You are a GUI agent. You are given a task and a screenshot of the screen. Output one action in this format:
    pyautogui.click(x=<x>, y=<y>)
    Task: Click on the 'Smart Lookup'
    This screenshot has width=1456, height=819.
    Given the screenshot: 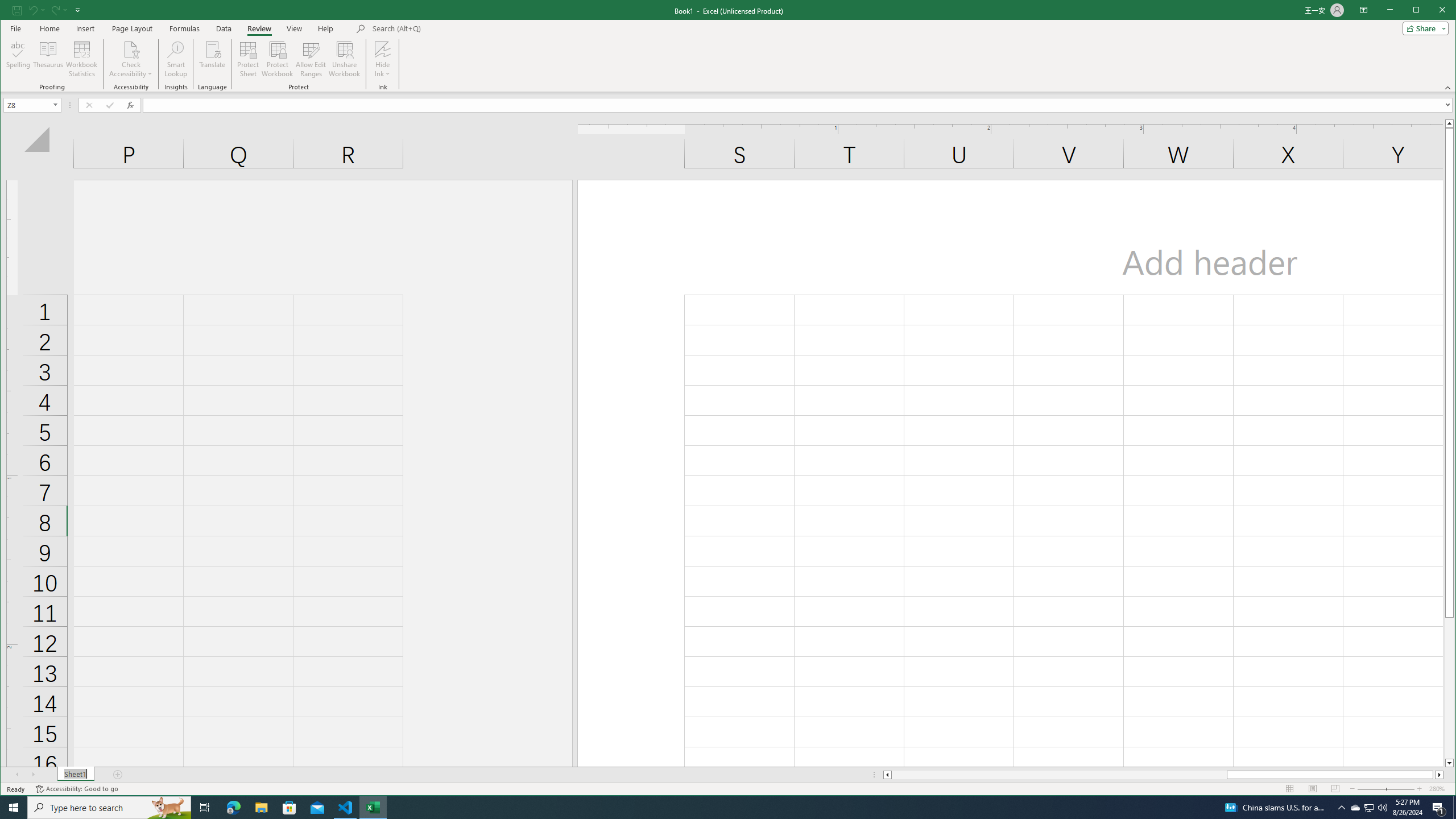 What is the action you would take?
    pyautogui.click(x=176, y=59)
    